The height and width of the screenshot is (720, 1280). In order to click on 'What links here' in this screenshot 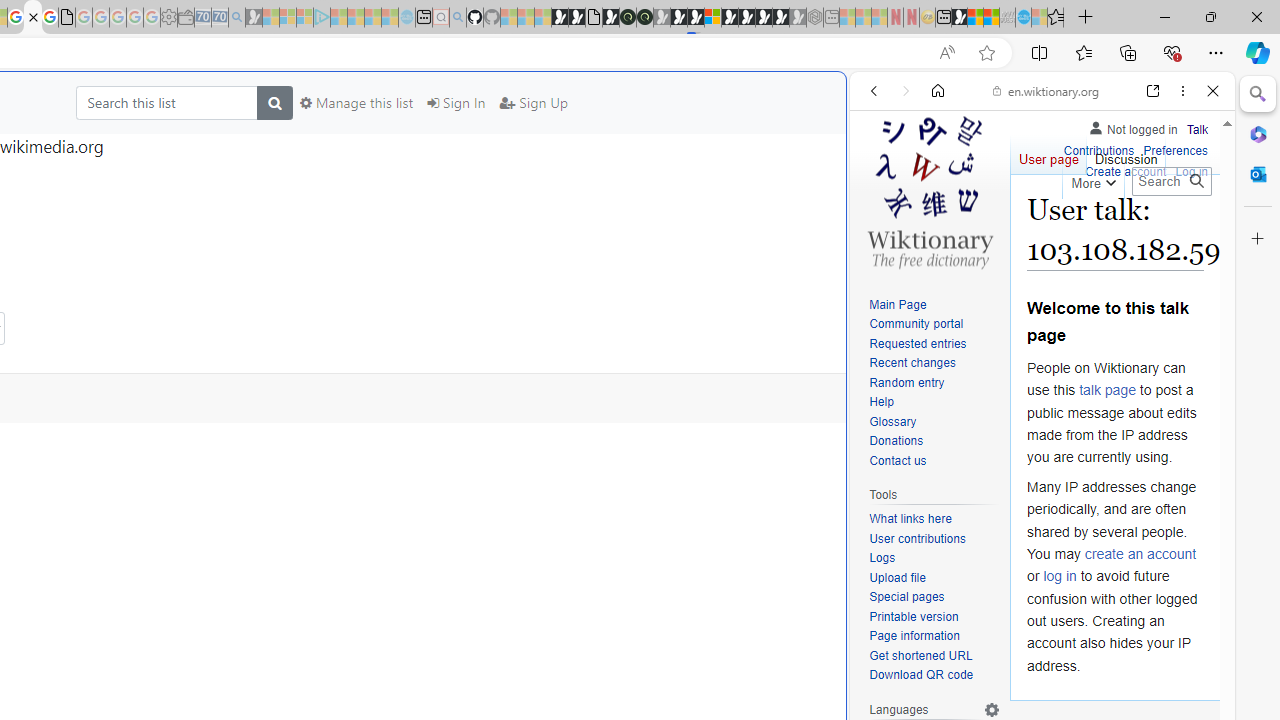, I will do `click(909, 518)`.